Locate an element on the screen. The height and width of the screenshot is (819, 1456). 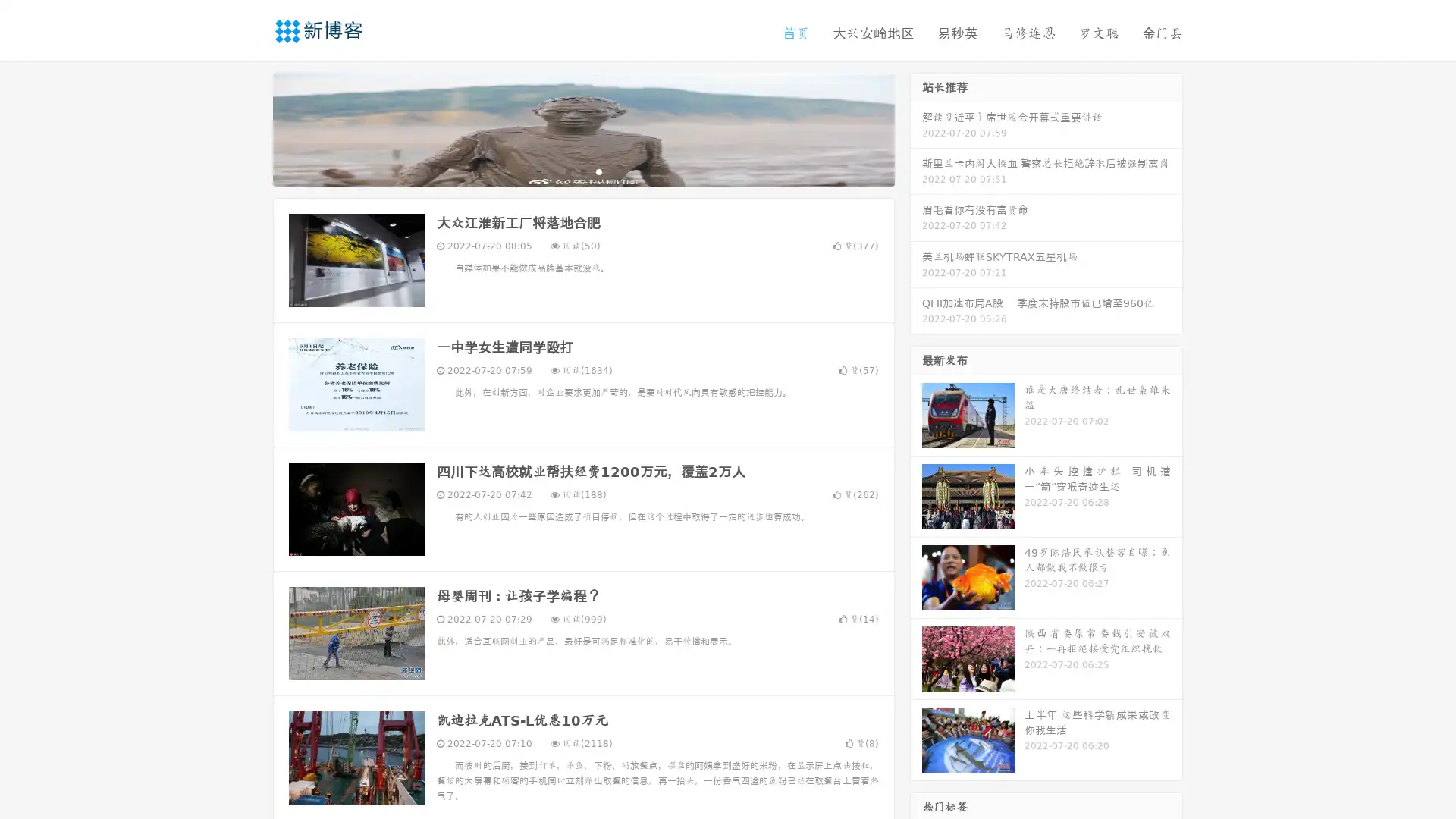
Next slide is located at coordinates (916, 127).